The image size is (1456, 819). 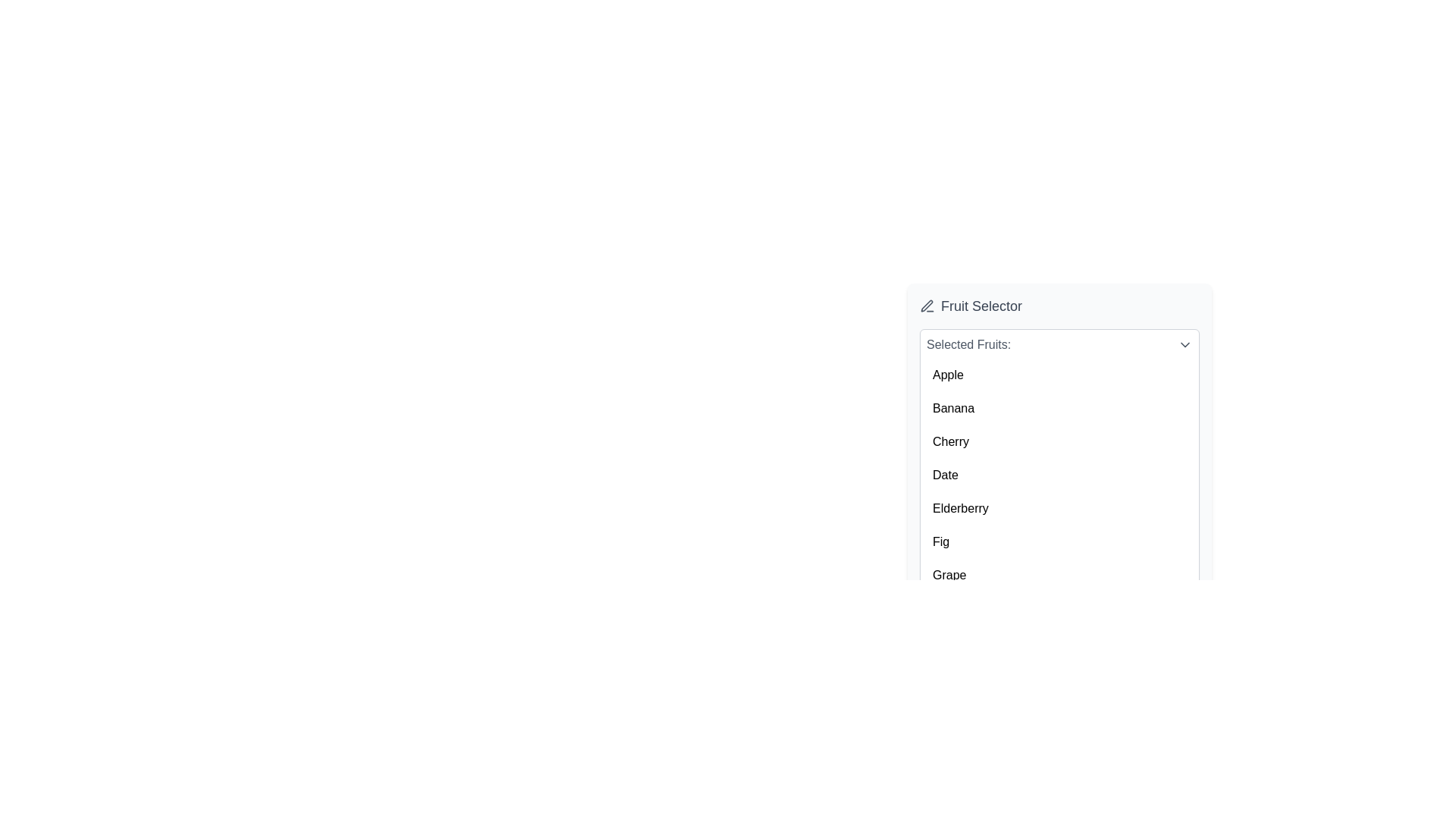 What do you see at coordinates (1059, 446) in the screenshot?
I see `the third fruit entry in the 'Fruit Selector' list` at bounding box center [1059, 446].